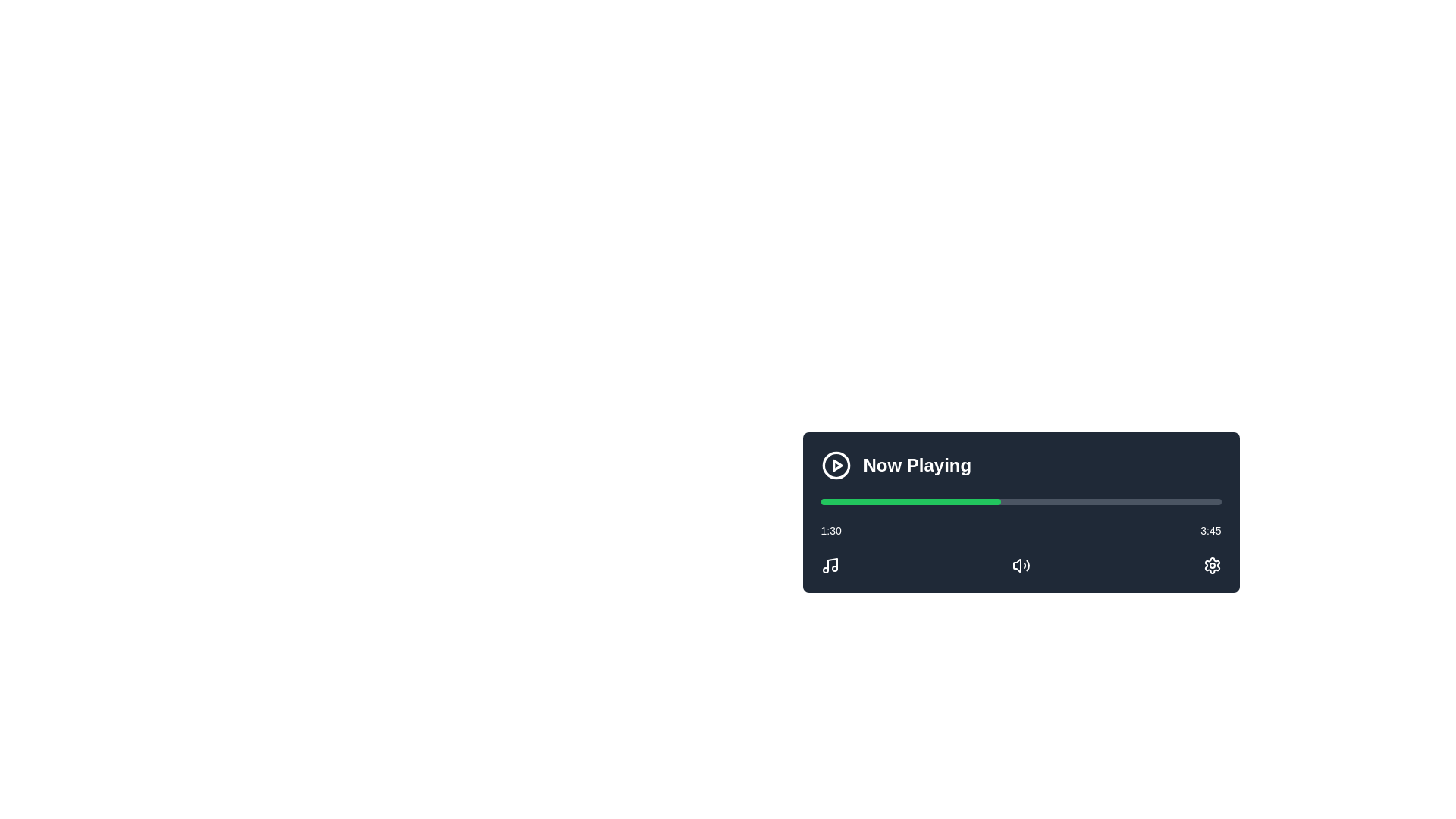 The width and height of the screenshot is (1456, 819). Describe the element at coordinates (836, 464) in the screenshot. I see `the triangular 'play' button located within the circular icon on the leftmost part of the media player interface to initiate playback of the current track` at that location.